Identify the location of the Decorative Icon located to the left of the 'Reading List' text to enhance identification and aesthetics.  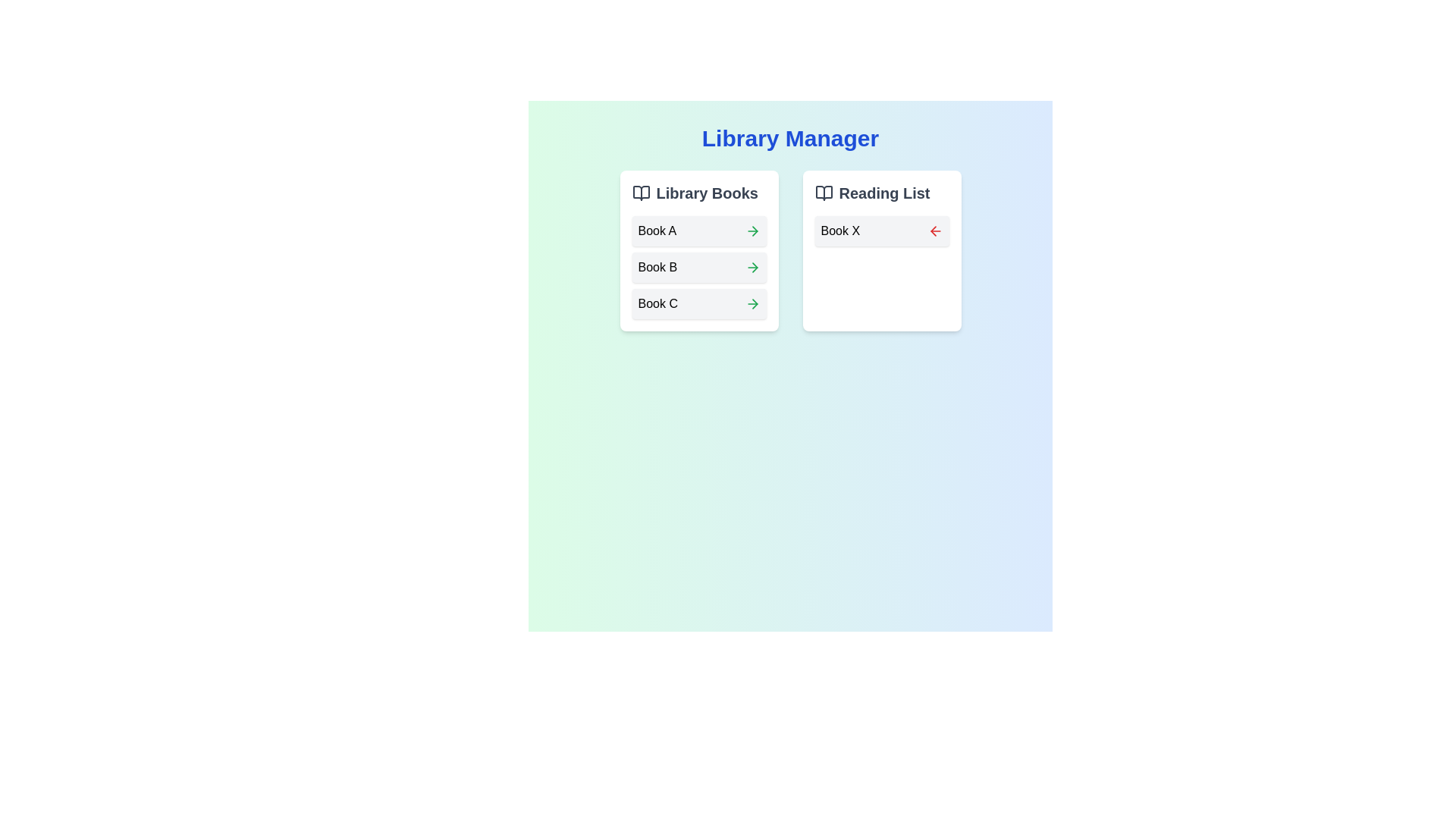
(823, 192).